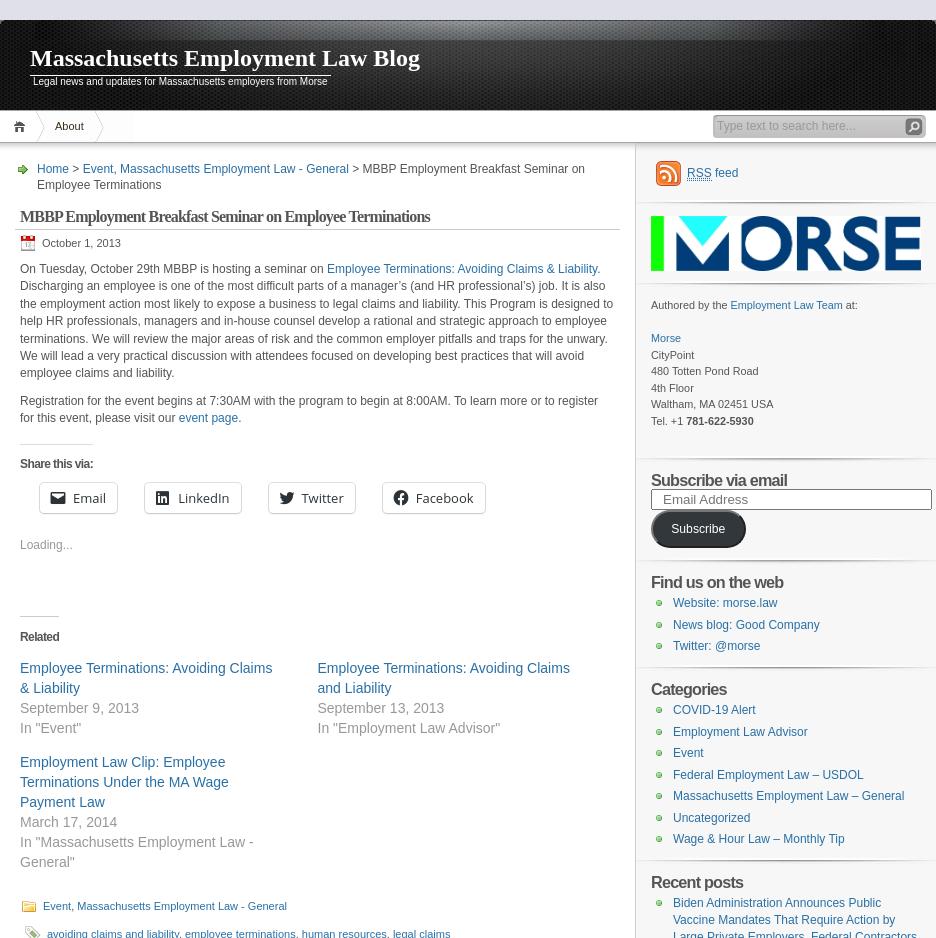  I want to click on ',', so click(115, 168).